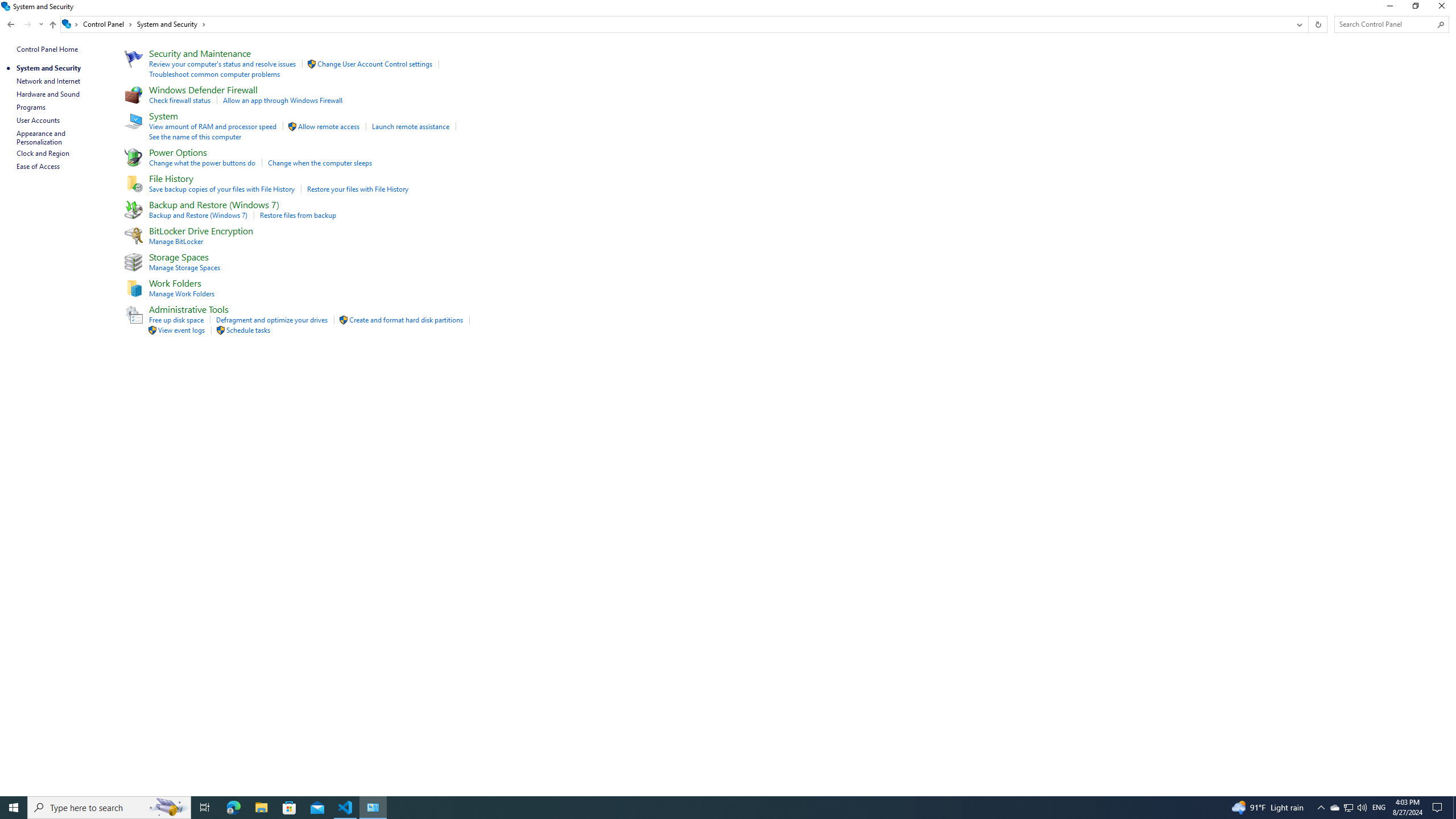 The width and height of the screenshot is (1456, 819). What do you see at coordinates (42, 152) in the screenshot?
I see `'Clock and Region'` at bounding box center [42, 152].